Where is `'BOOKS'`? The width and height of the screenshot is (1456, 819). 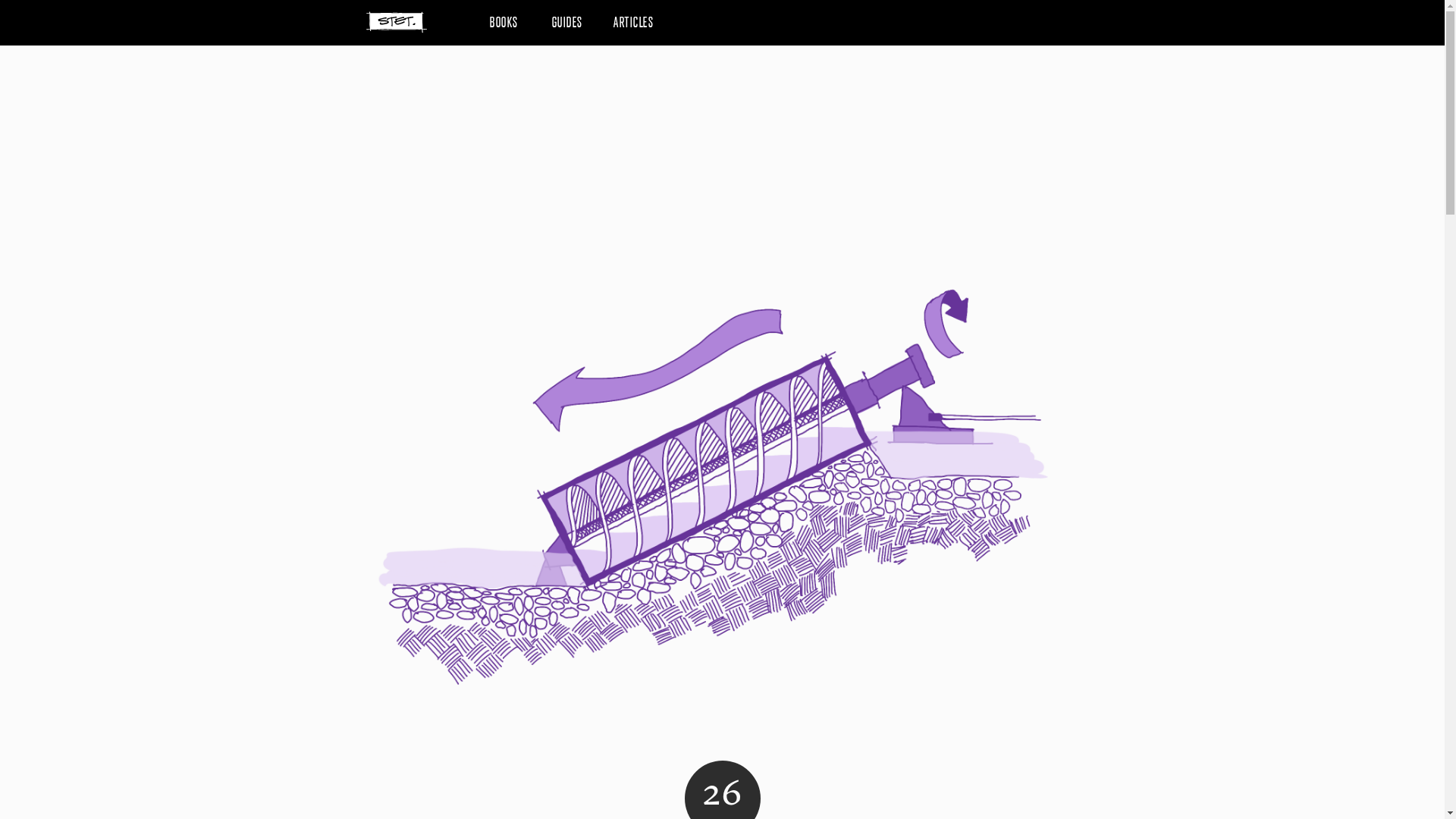 'BOOKS' is located at coordinates (503, 21).